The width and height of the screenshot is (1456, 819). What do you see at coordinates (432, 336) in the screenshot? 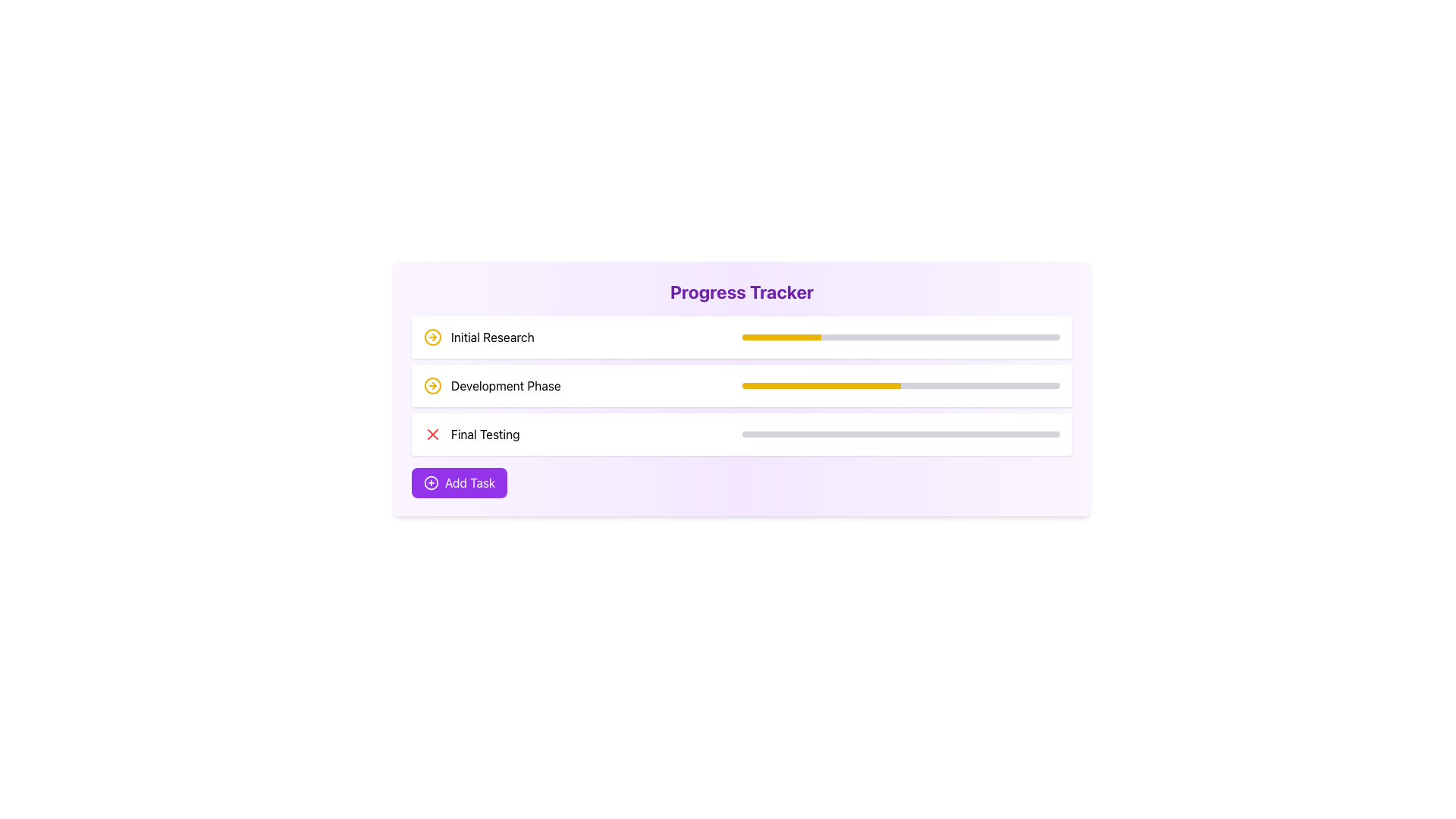
I see `the circular icon with a yellow outline and a right-facing arrow located to the left of the 'Initial Research' label in the progress tracker interface` at bounding box center [432, 336].